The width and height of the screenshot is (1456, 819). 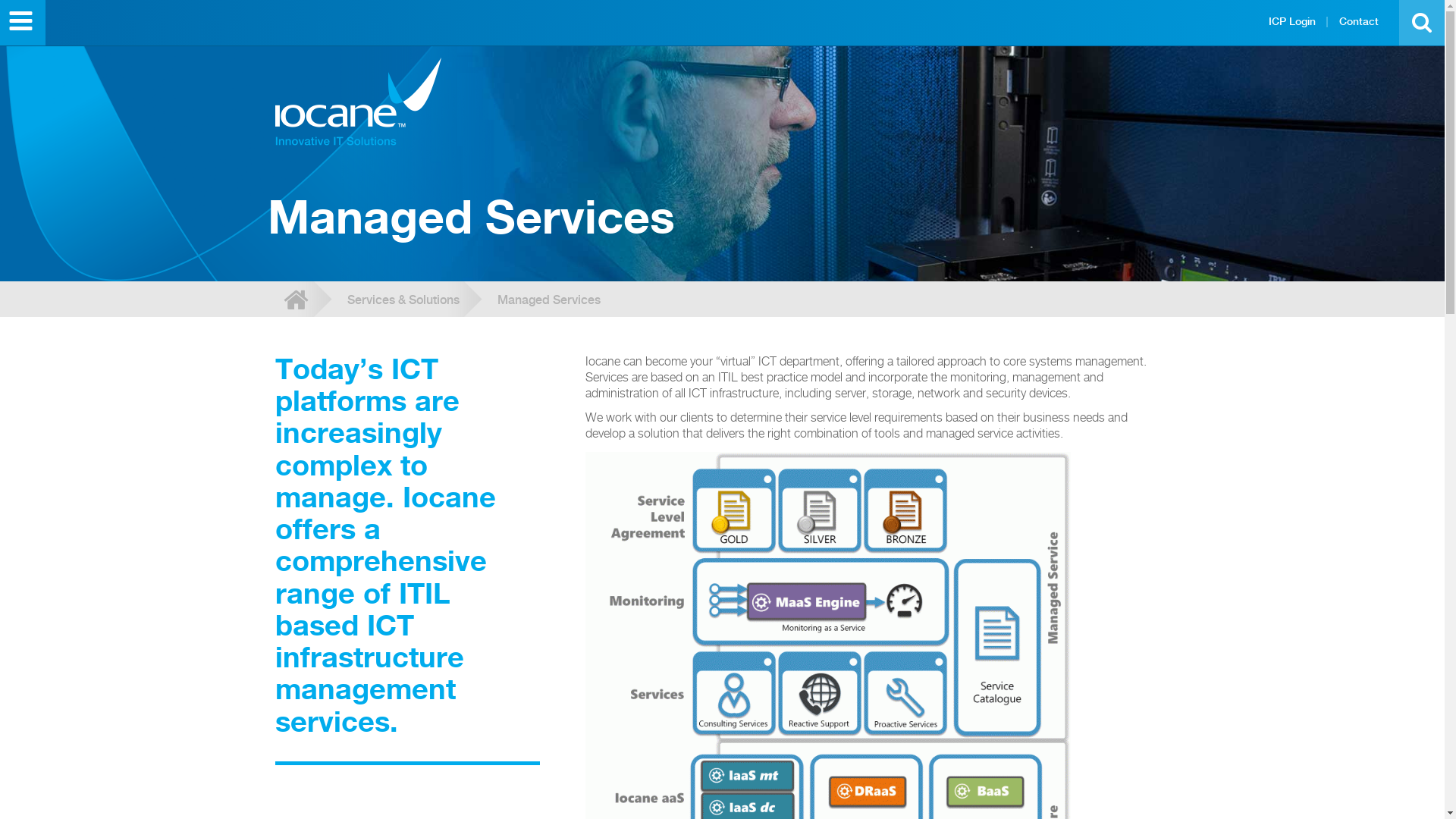 I want to click on 'Contact', so click(x=1358, y=20).